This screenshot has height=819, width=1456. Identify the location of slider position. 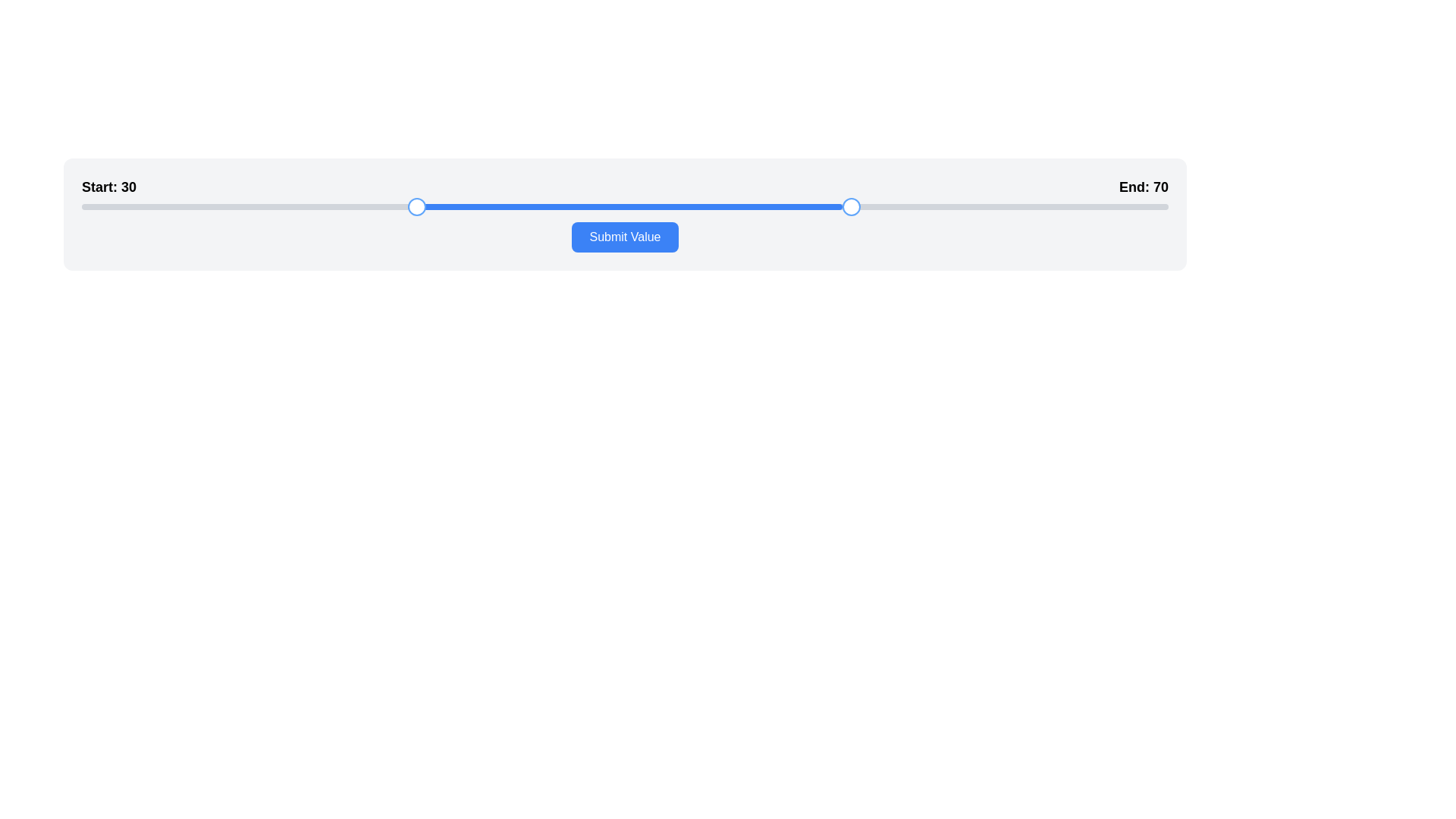
(519, 207).